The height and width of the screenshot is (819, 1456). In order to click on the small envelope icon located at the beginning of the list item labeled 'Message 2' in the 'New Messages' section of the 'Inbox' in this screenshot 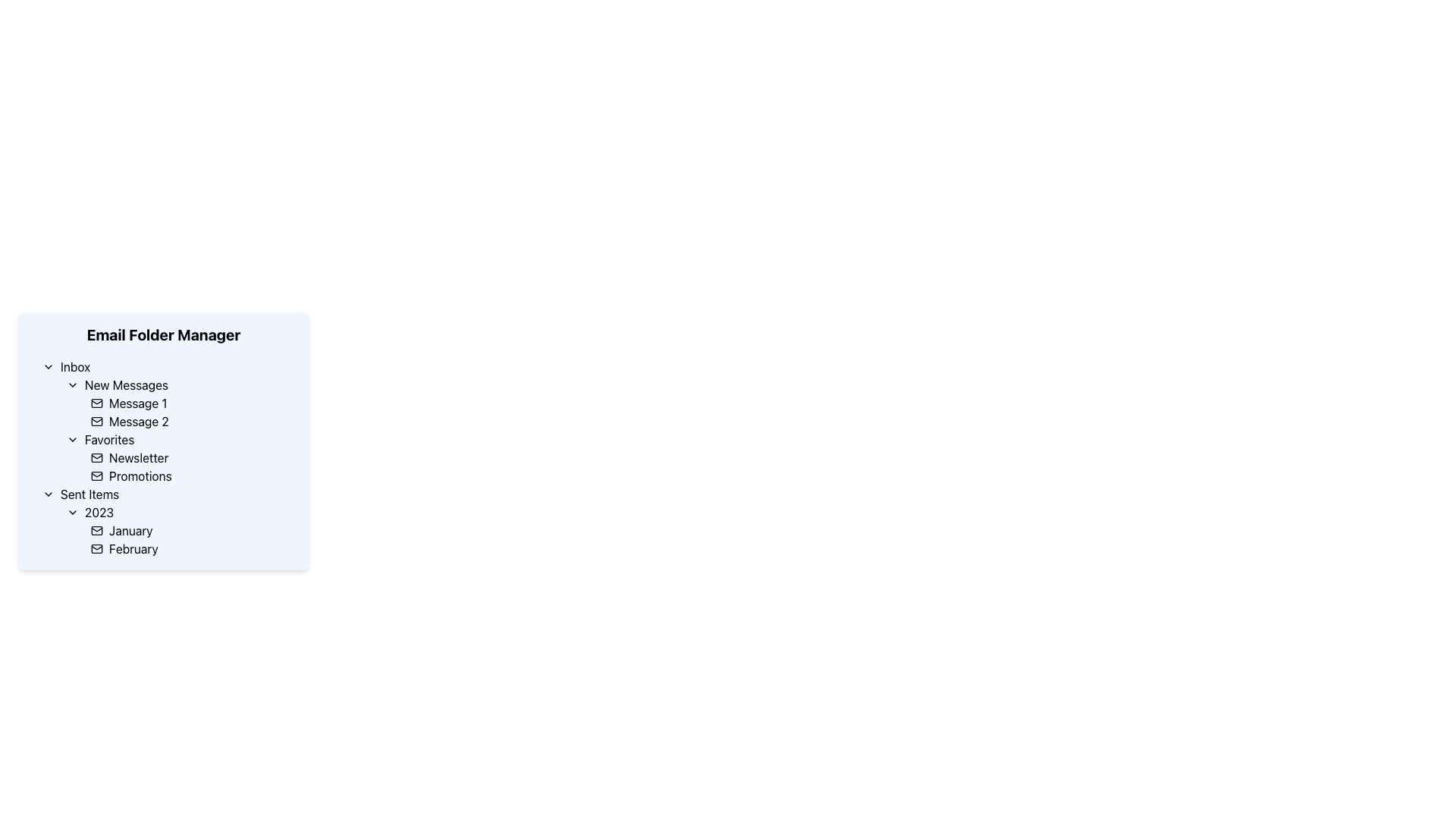, I will do `click(96, 421)`.